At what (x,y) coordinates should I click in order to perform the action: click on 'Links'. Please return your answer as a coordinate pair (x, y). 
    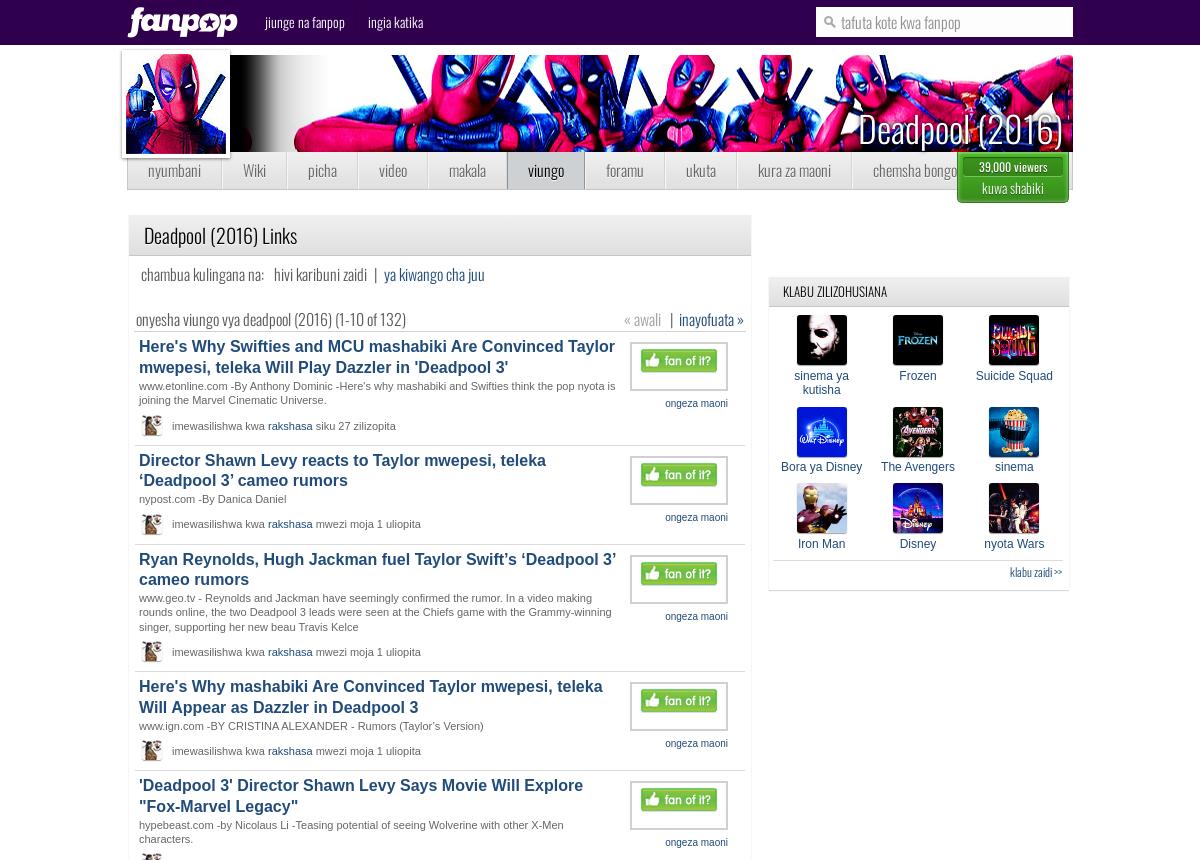
    Looking at the image, I should click on (260, 234).